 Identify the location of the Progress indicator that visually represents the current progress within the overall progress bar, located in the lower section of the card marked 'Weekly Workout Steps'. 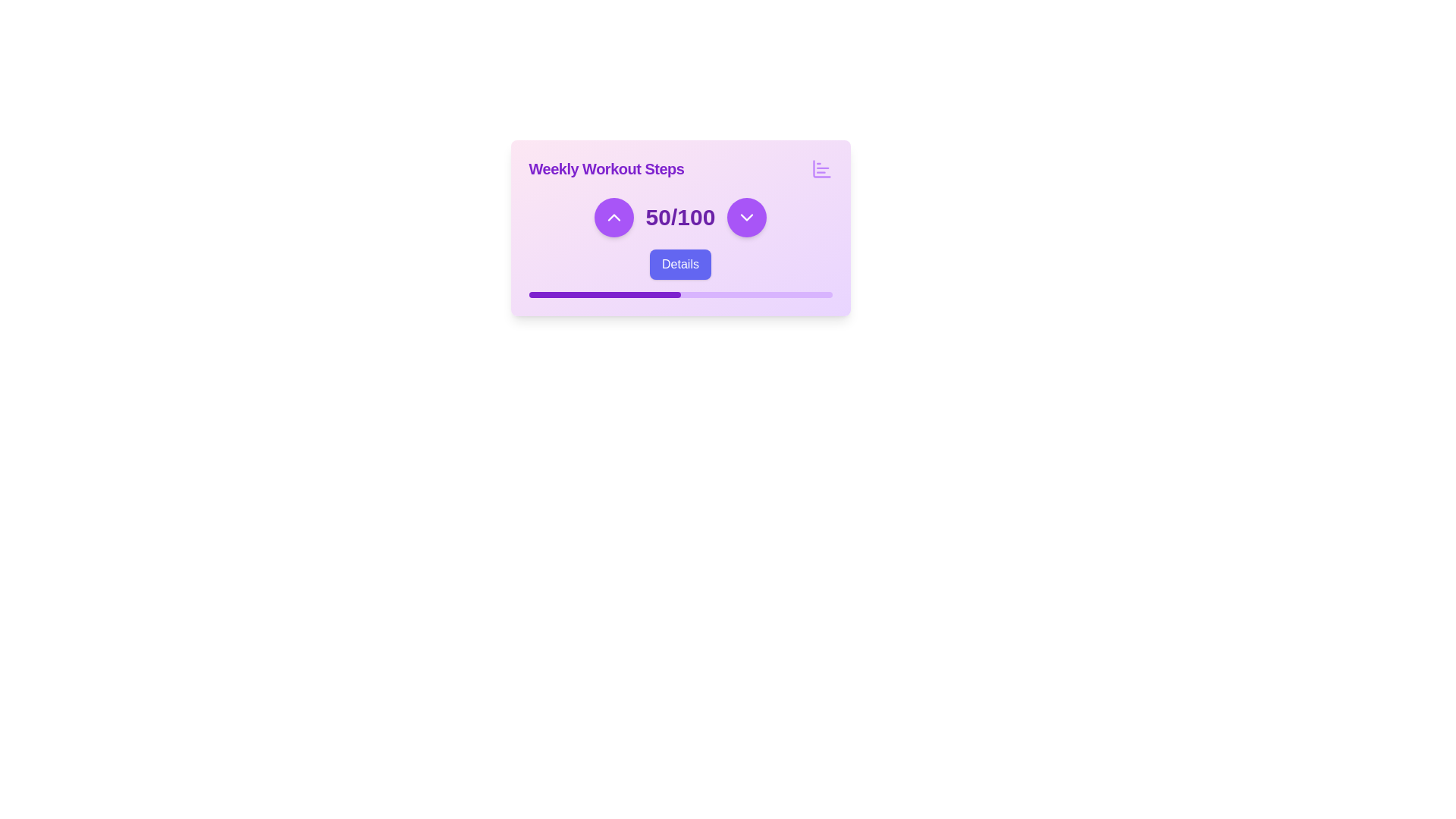
(604, 295).